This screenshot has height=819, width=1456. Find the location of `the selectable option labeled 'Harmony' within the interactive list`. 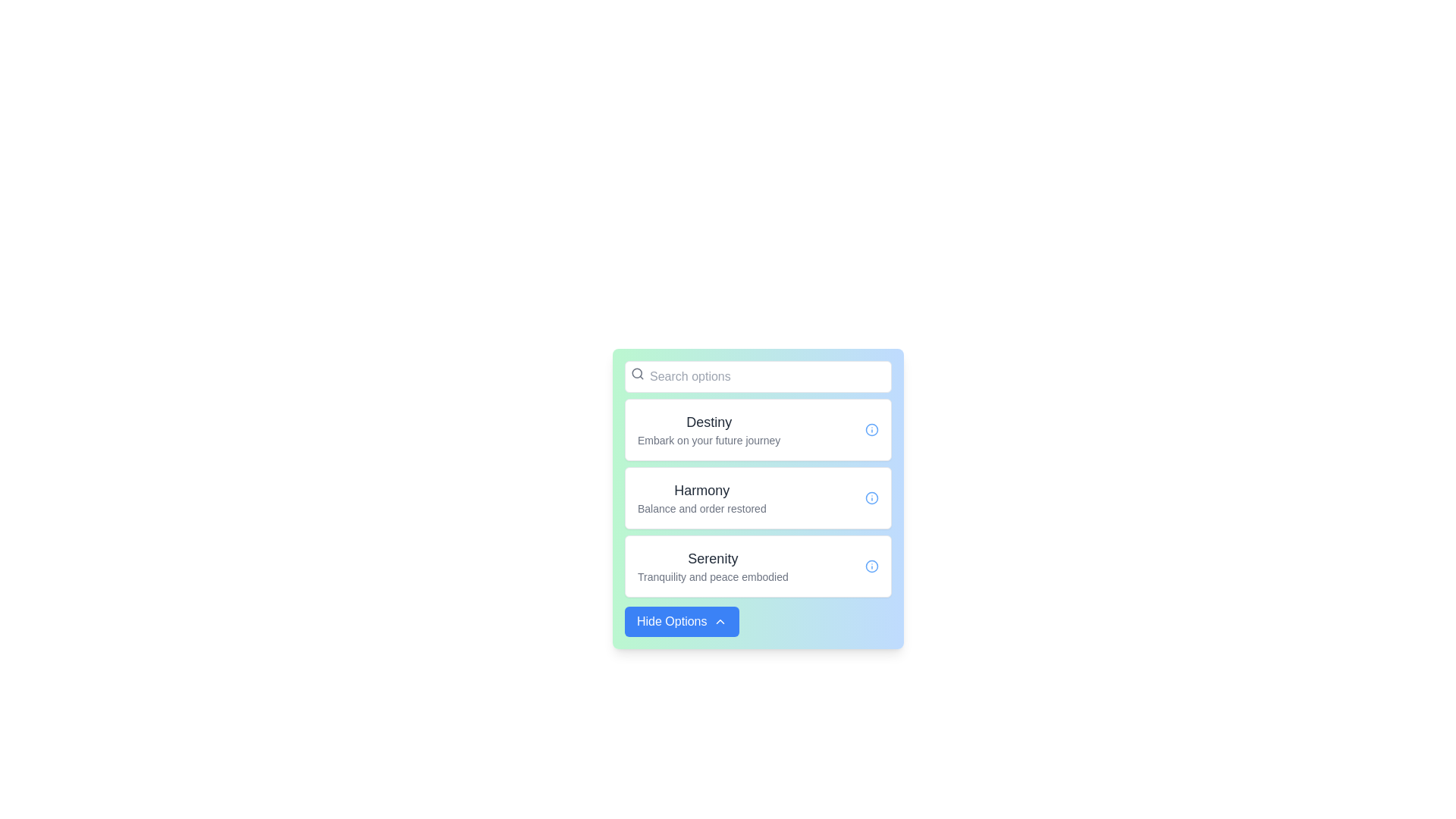

the selectable option labeled 'Harmony' within the interactive list is located at coordinates (701, 497).